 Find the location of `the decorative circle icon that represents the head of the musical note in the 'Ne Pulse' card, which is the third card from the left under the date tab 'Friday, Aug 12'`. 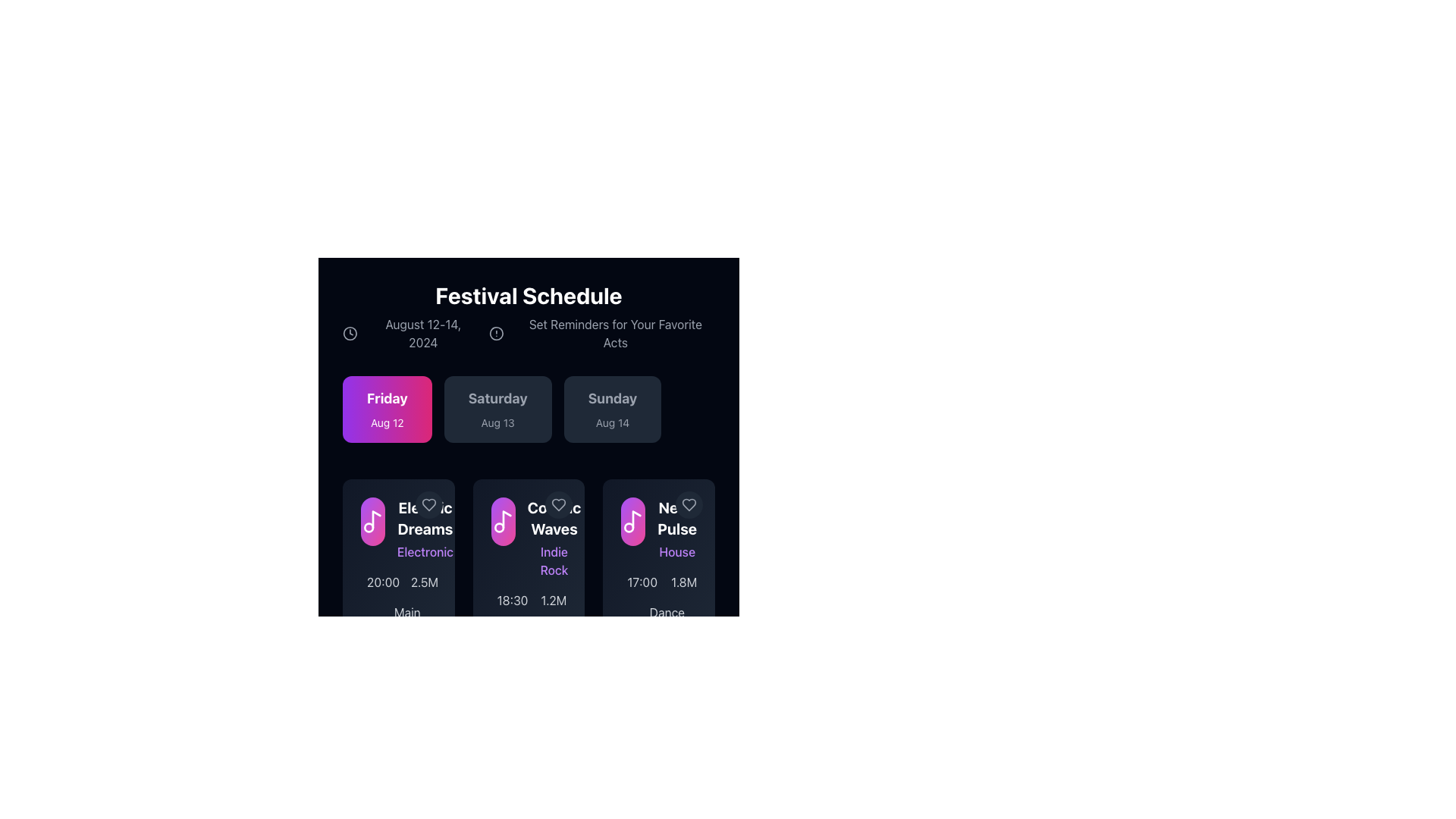

the decorative circle icon that represents the head of the musical note in the 'Ne Pulse' card, which is the third card from the left under the date tab 'Friday, Aug 12' is located at coordinates (629, 526).